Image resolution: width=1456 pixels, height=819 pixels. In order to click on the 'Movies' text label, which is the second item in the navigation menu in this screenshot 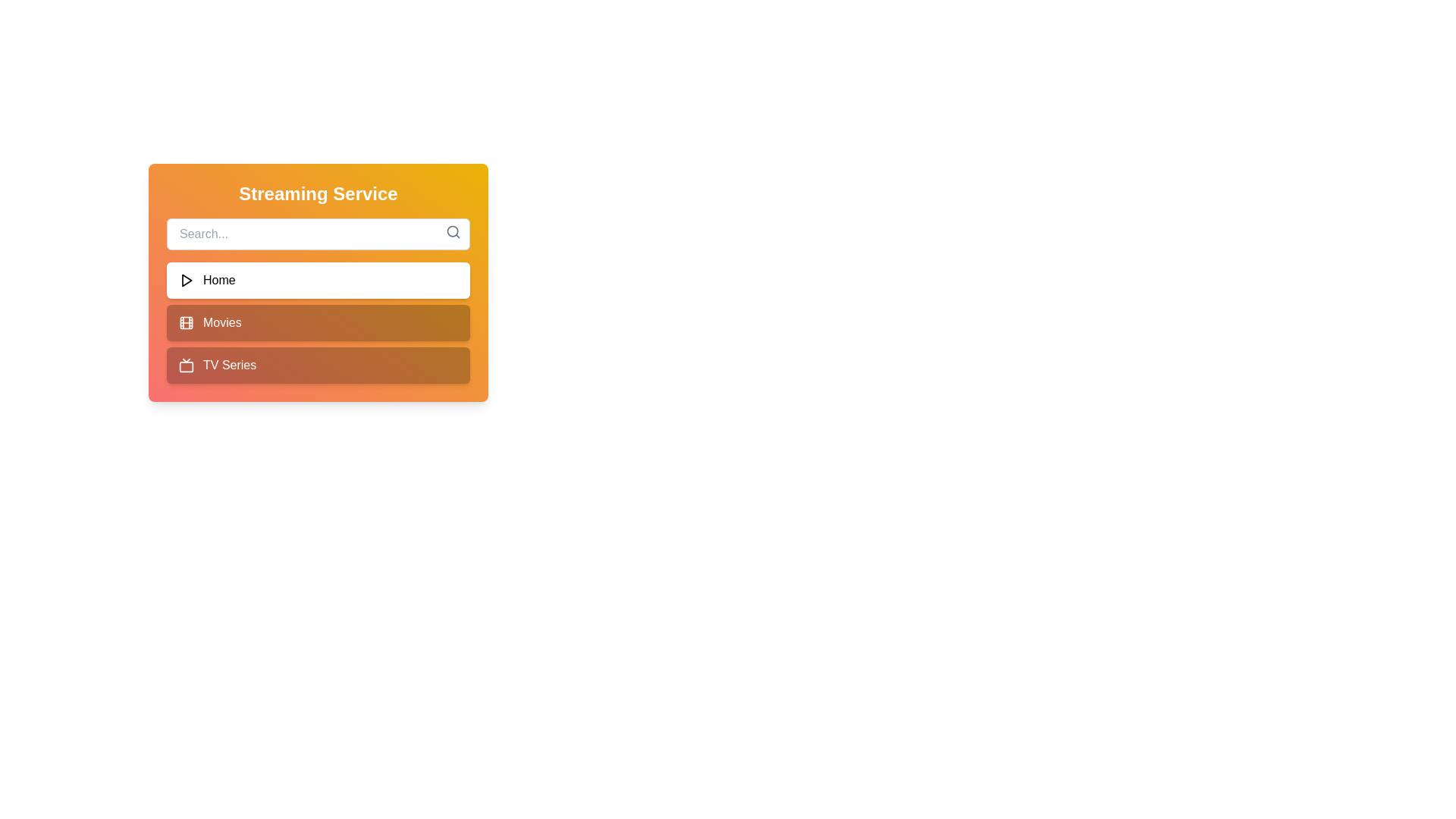, I will do `click(221, 322)`.